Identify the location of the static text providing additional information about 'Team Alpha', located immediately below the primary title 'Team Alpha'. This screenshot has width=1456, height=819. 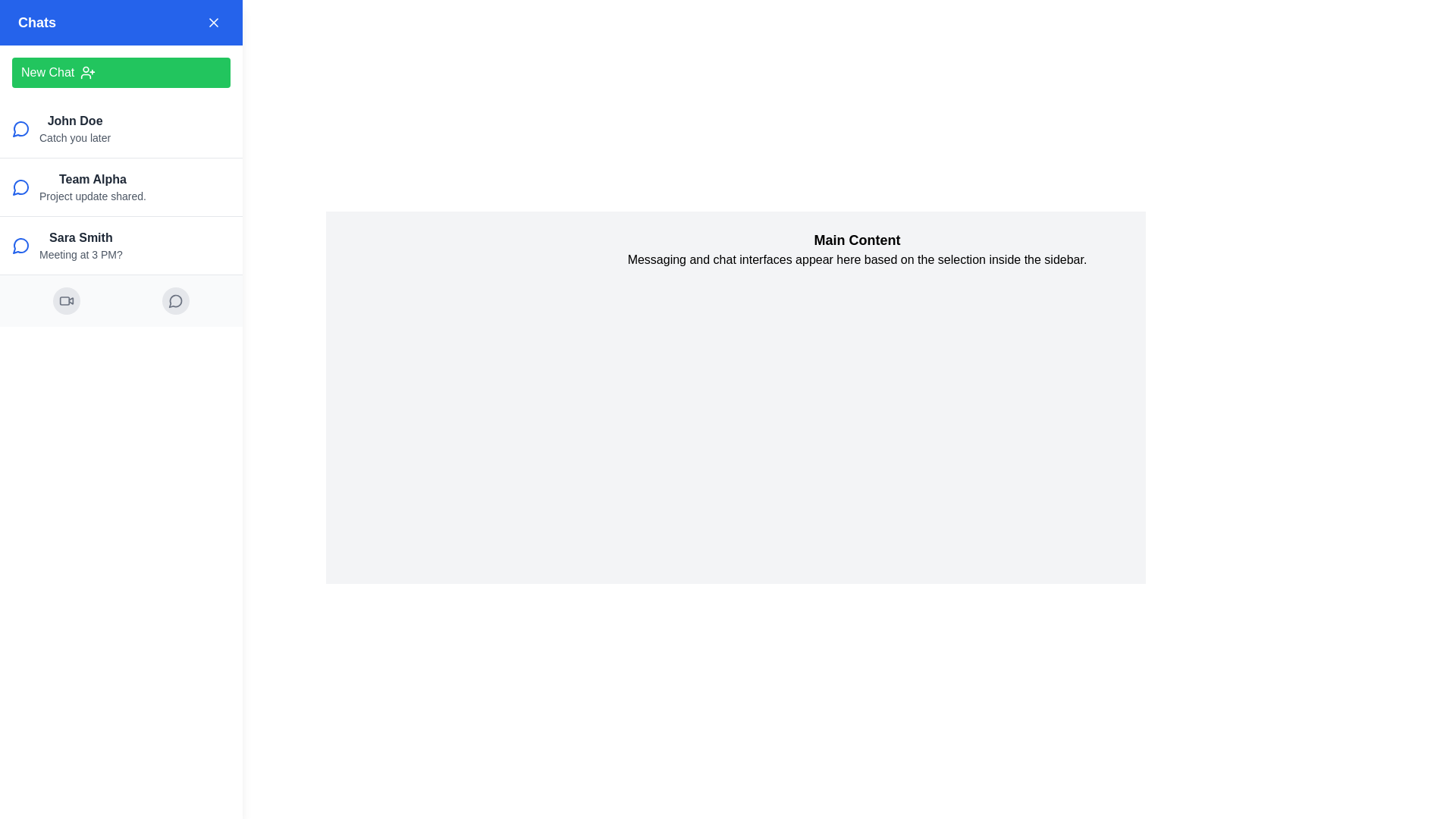
(92, 195).